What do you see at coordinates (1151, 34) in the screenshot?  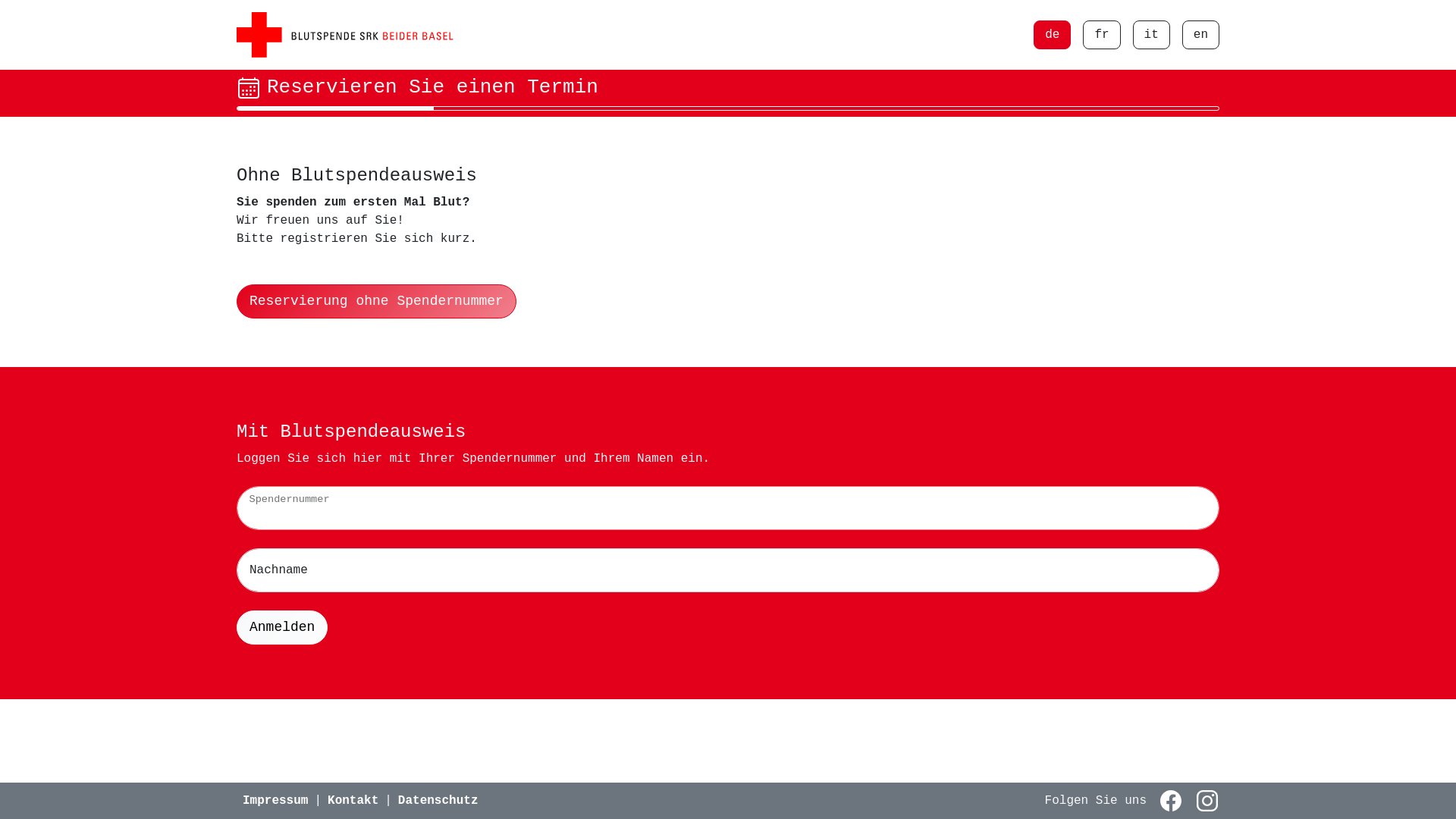 I see `'it'` at bounding box center [1151, 34].